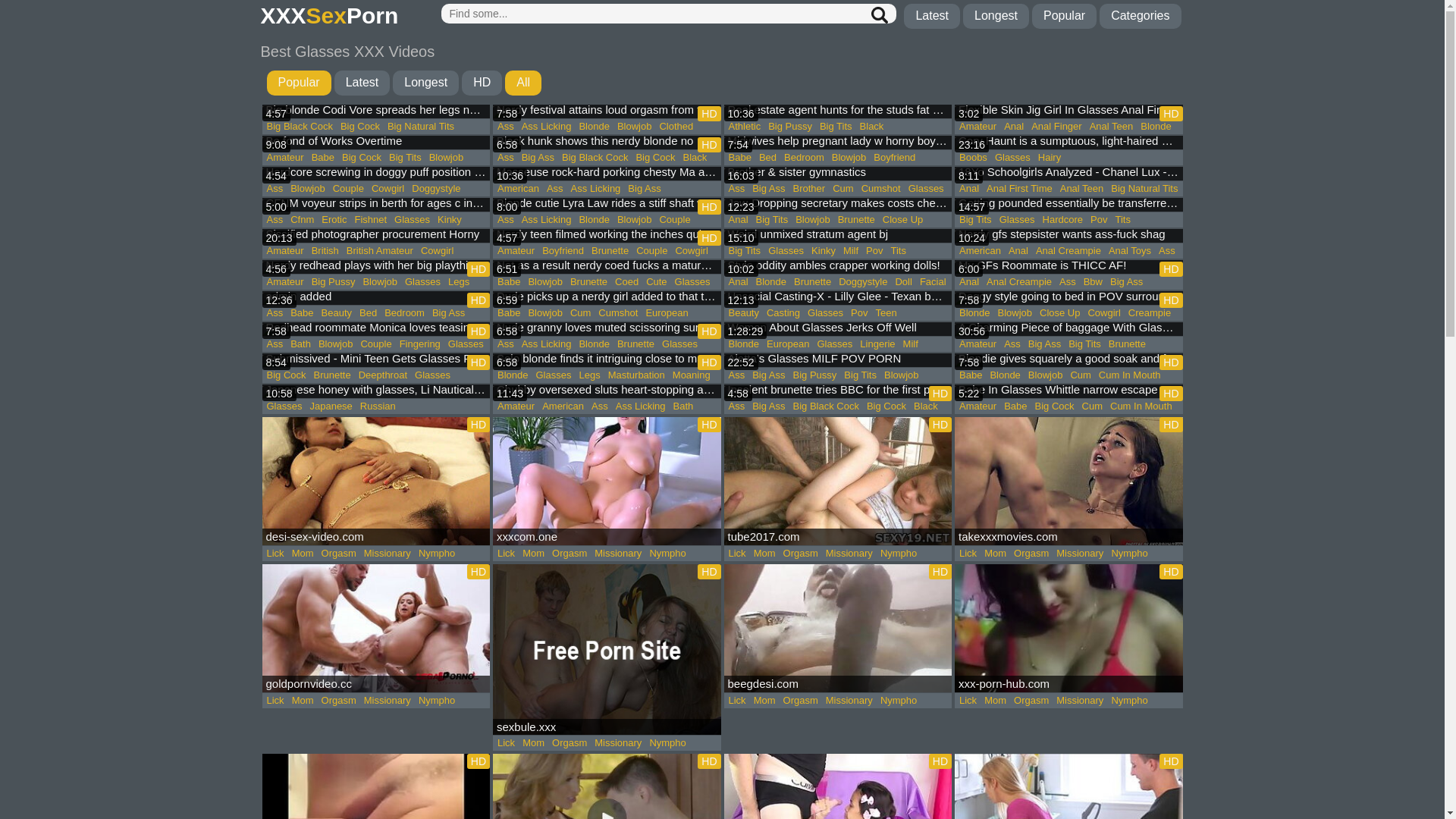  What do you see at coordinates (836, 237) in the screenshot?
I see `'Weird unmixed stratum agent bj` at bounding box center [836, 237].